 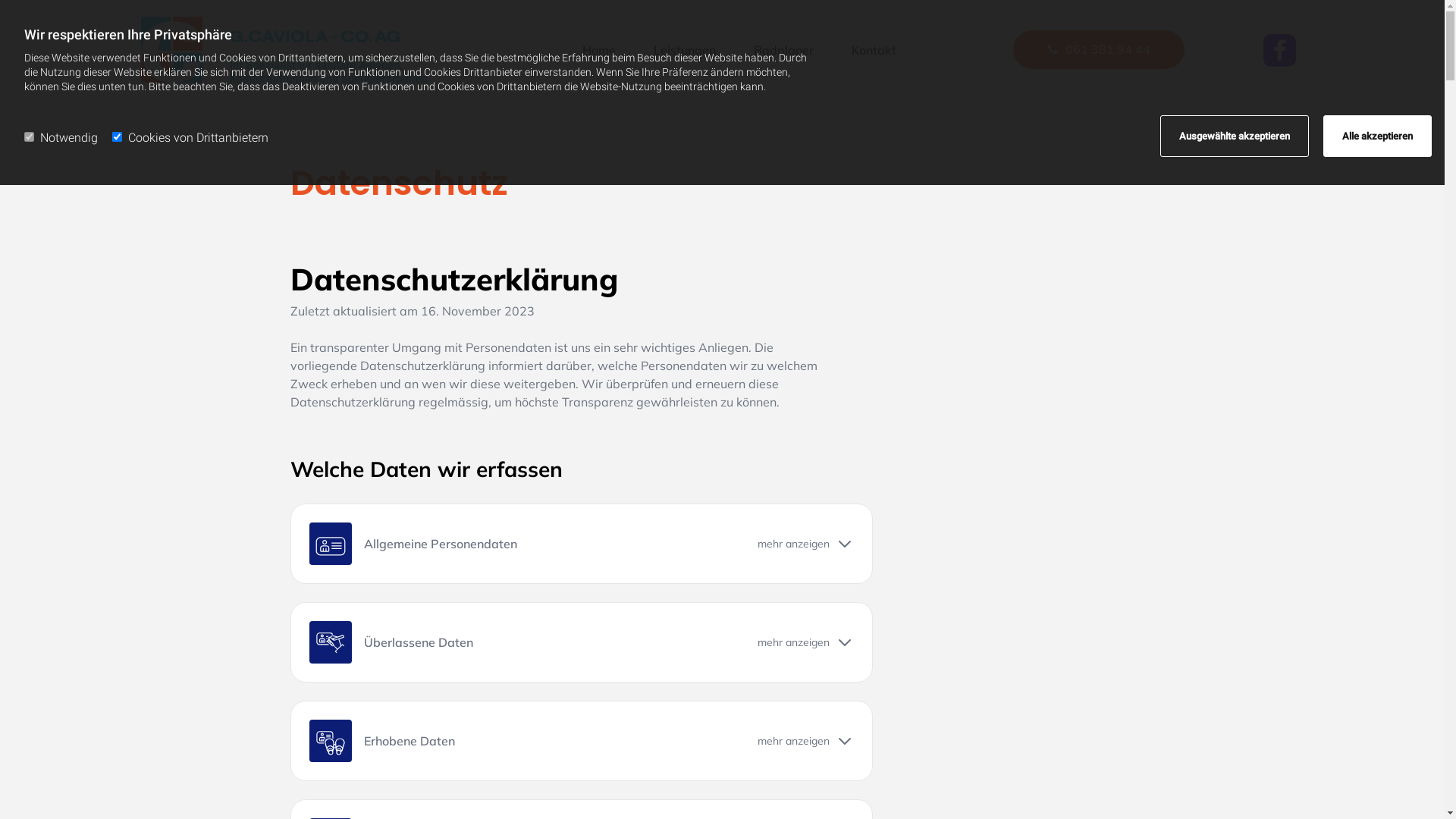 I want to click on '061 381 94 44', so click(x=1099, y=49).